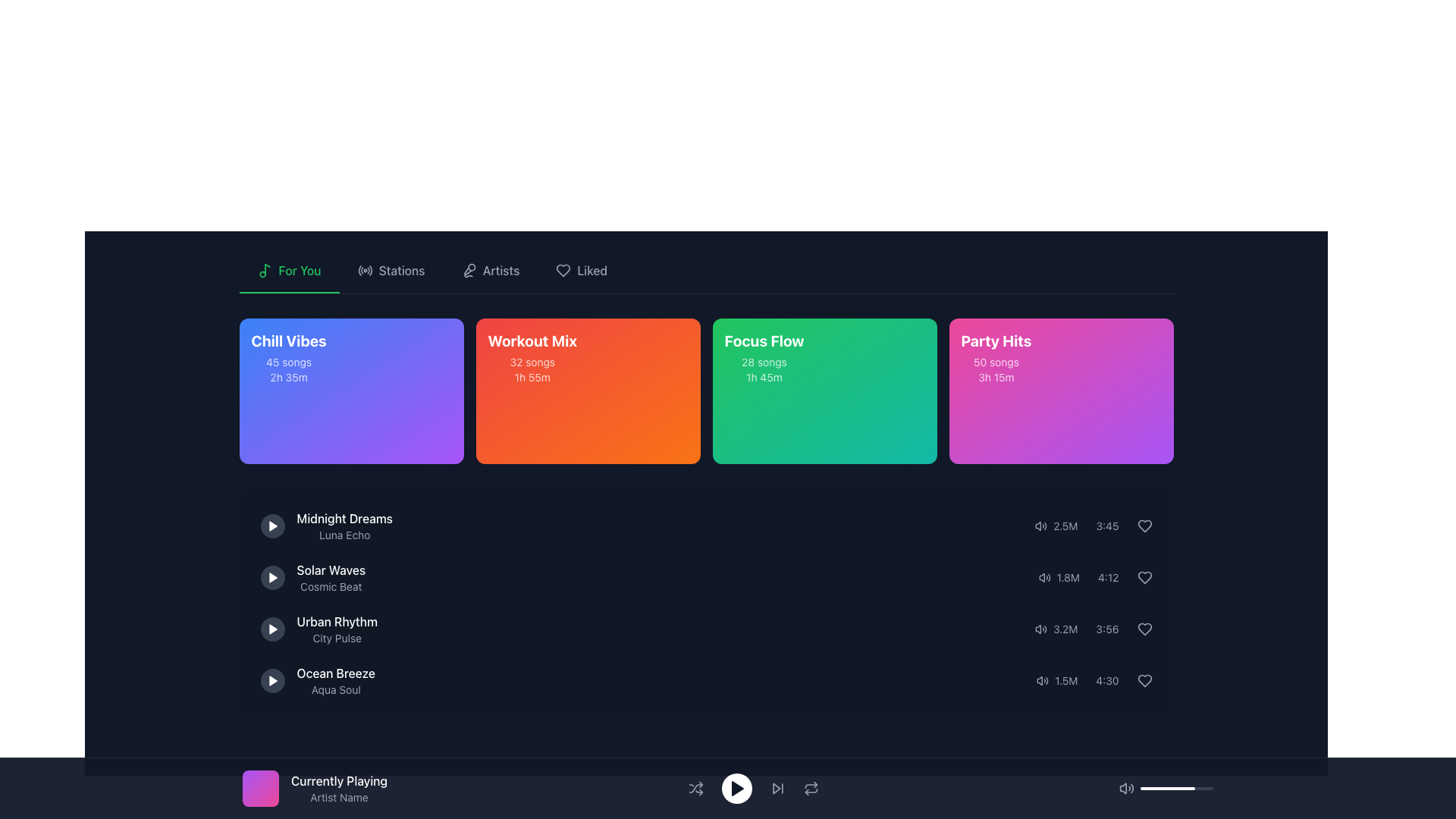 Image resolution: width=1456 pixels, height=819 pixels. I want to click on the circular play button located immediately to the left of the text label 'Solar Waves' to initiate playback of the audio track, so click(272, 578).